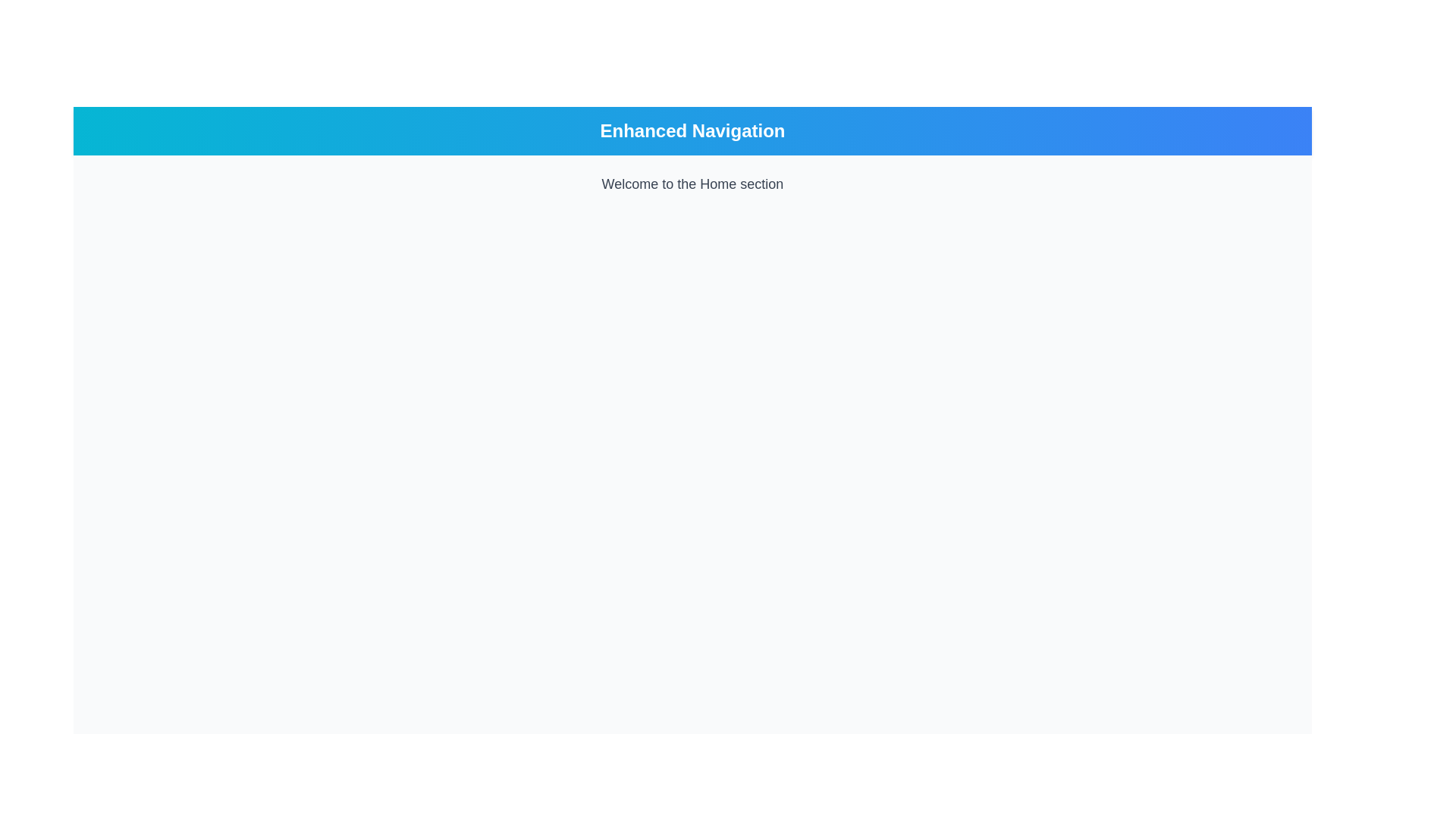 This screenshot has height=819, width=1456. Describe the element at coordinates (692, 184) in the screenshot. I see `the welcoming Text Label that displays the current section or page, located below the blue header bar labeled 'Enhanced Navigation'` at that location.